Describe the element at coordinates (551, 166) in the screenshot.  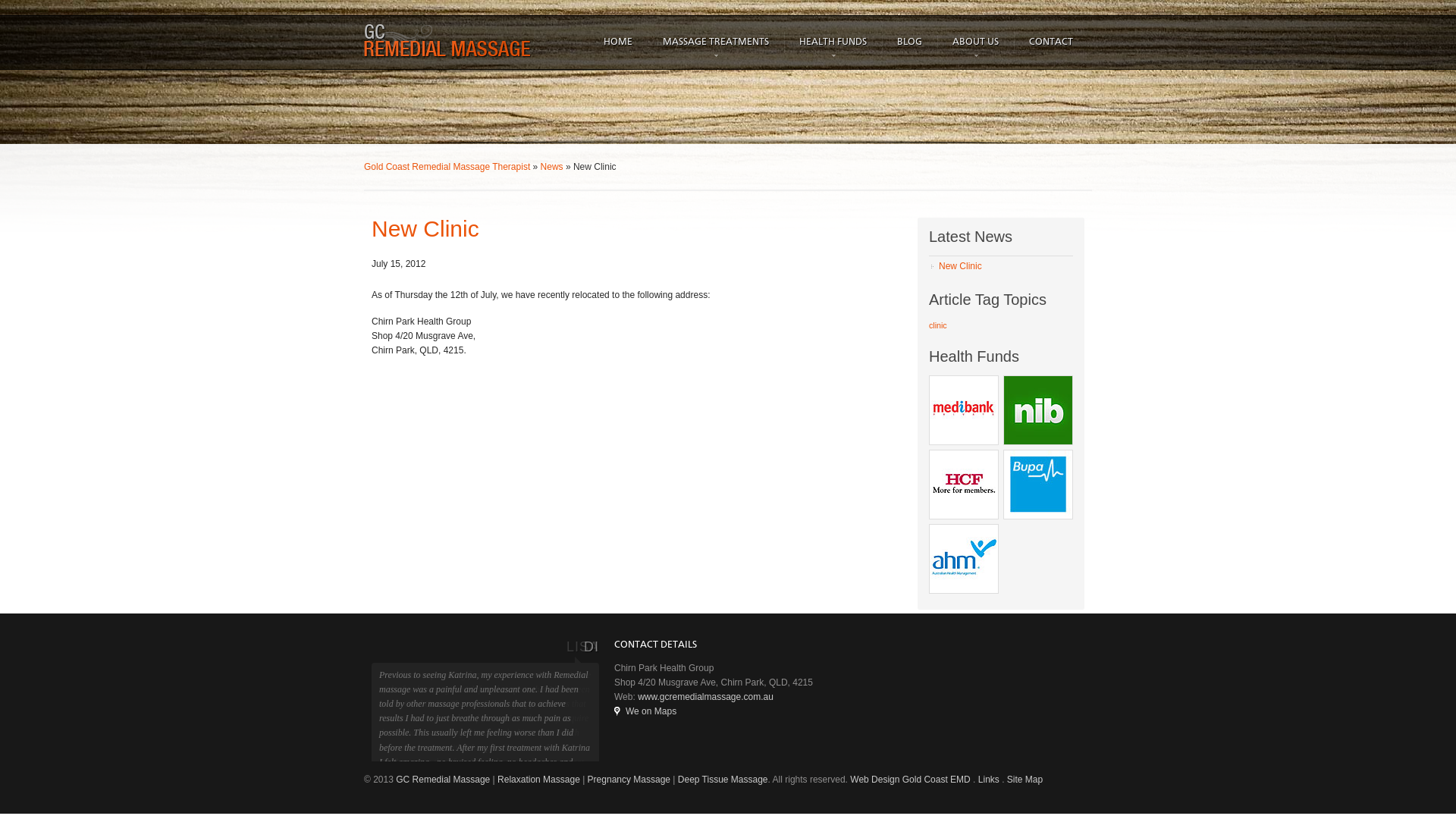
I see `'News'` at that location.